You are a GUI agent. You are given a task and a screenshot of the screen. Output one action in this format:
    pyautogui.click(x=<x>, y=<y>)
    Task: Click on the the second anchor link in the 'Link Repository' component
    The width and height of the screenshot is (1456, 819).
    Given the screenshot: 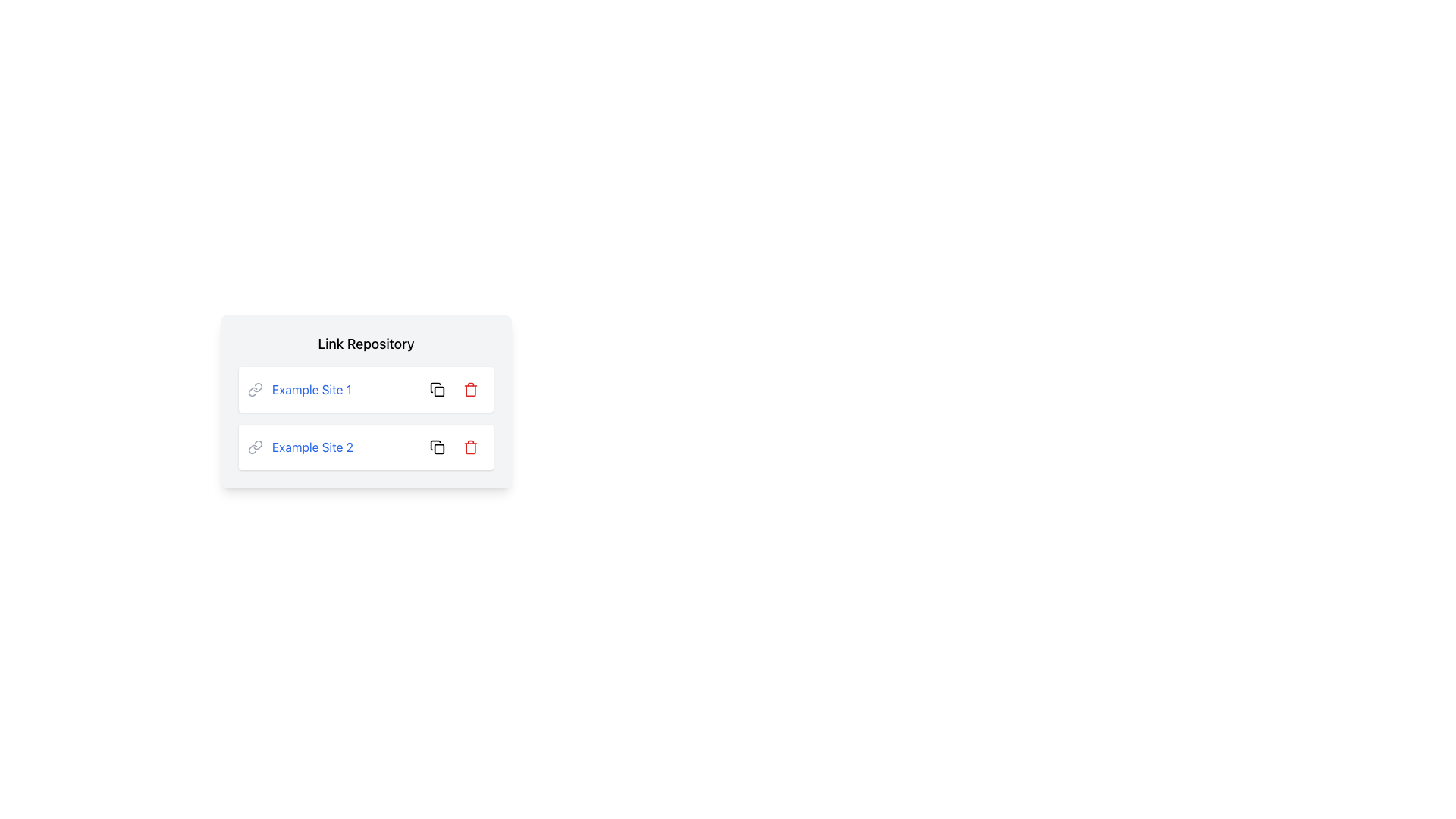 What is the action you would take?
    pyautogui.click(x=312, y=447)
    